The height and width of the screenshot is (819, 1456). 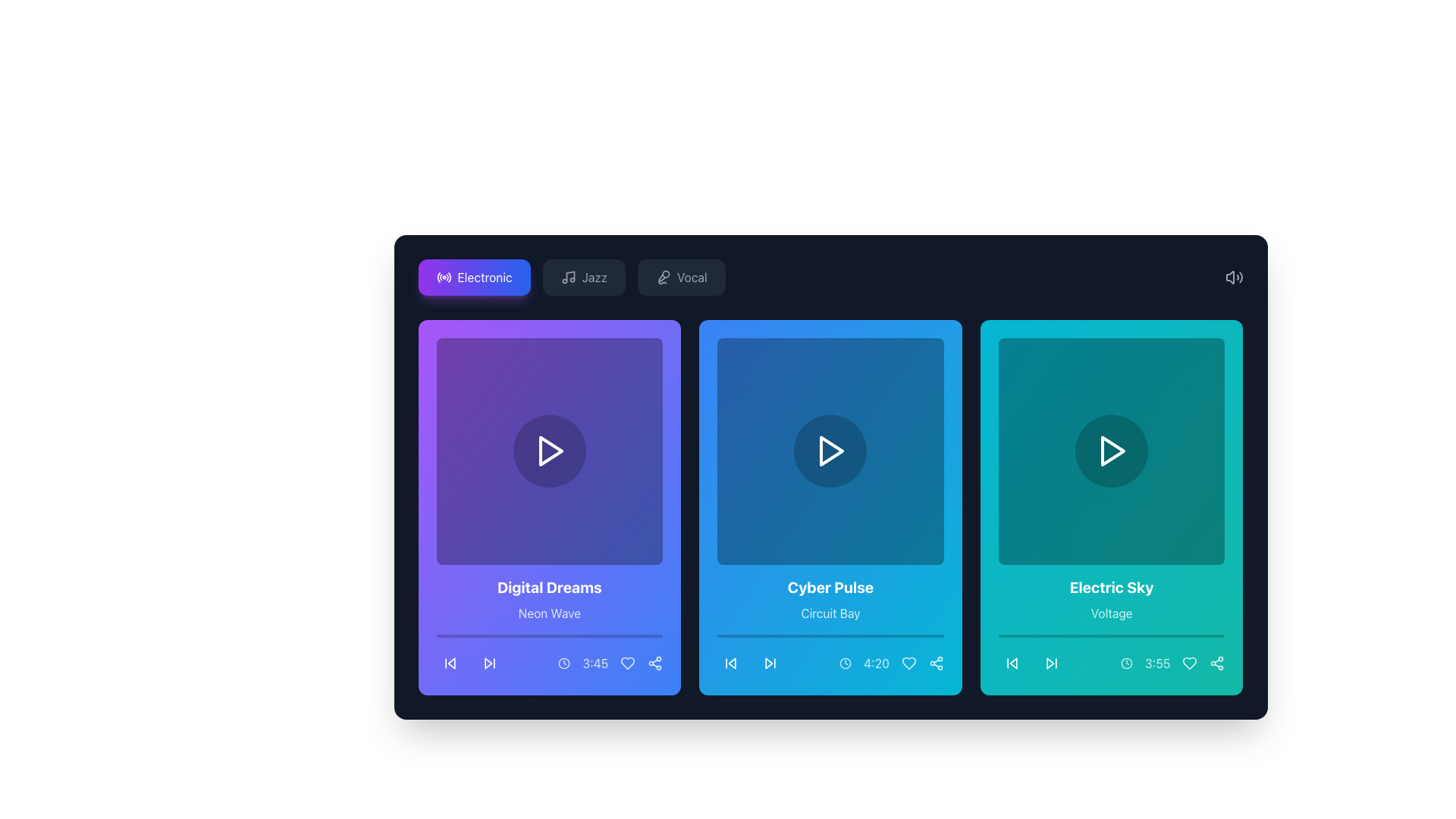 I want to click on the microphone icon located within the 'Vocal' button at the top of the interface, so click(x=663, y=278).